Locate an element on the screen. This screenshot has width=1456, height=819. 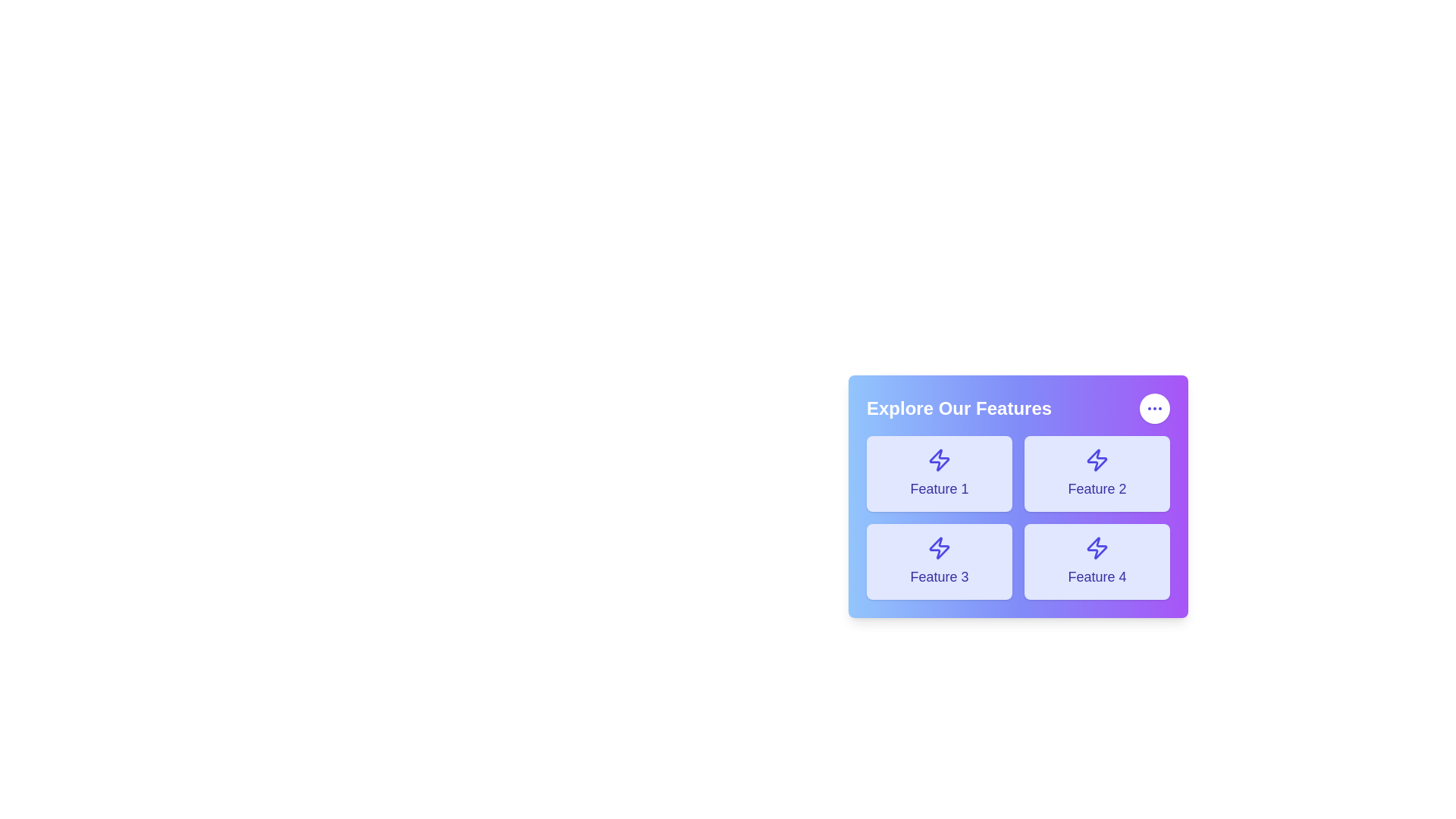
text displayed in the text label that says 'Feature 4', which is styled with a medium-large font size and deep indigo color, located in the bottom right quadrant of the grid is located at coordinates (1097, 576).